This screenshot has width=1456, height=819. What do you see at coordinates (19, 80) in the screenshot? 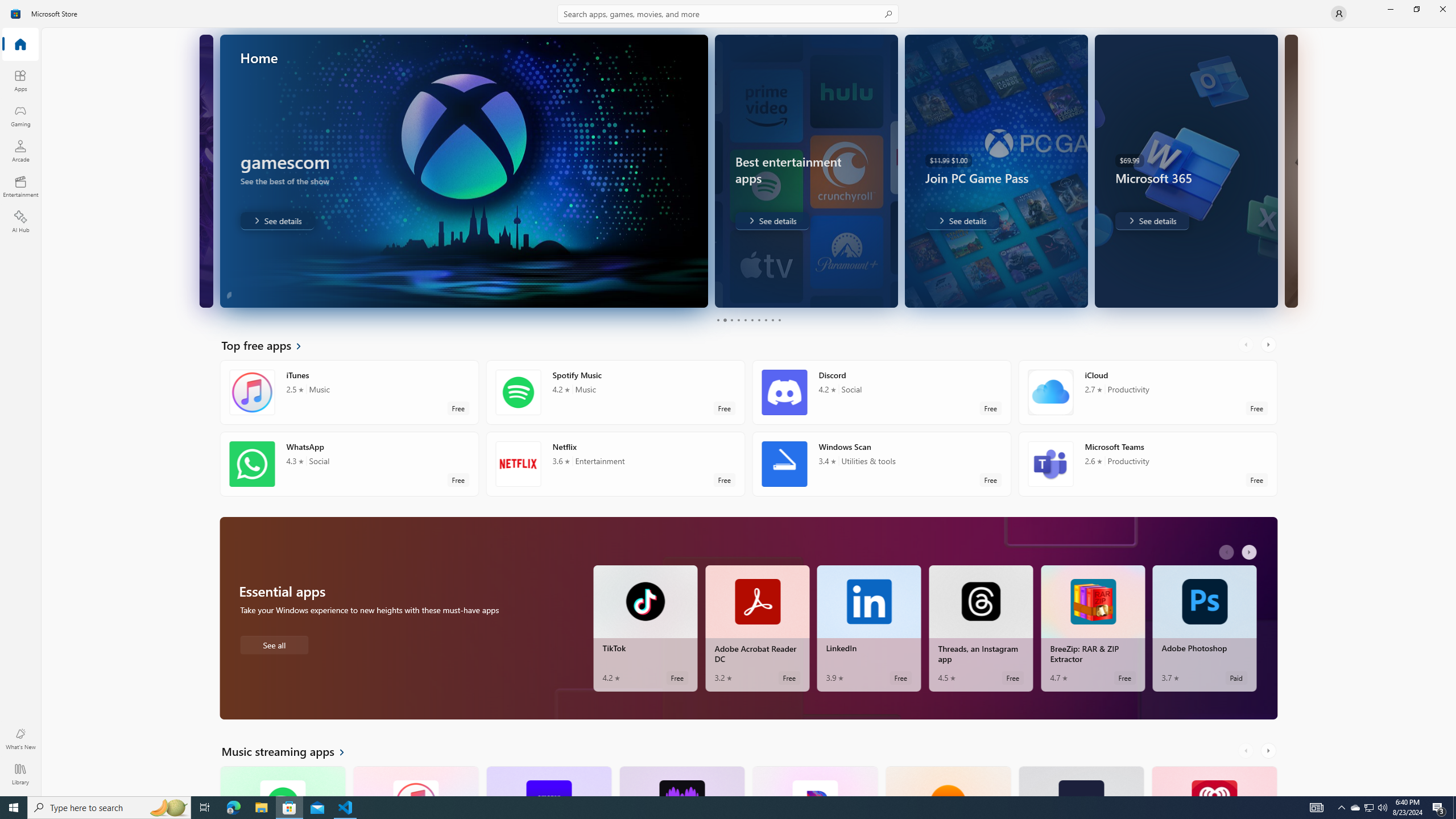
I see `'Apps'` at bounding box center [19, 80].